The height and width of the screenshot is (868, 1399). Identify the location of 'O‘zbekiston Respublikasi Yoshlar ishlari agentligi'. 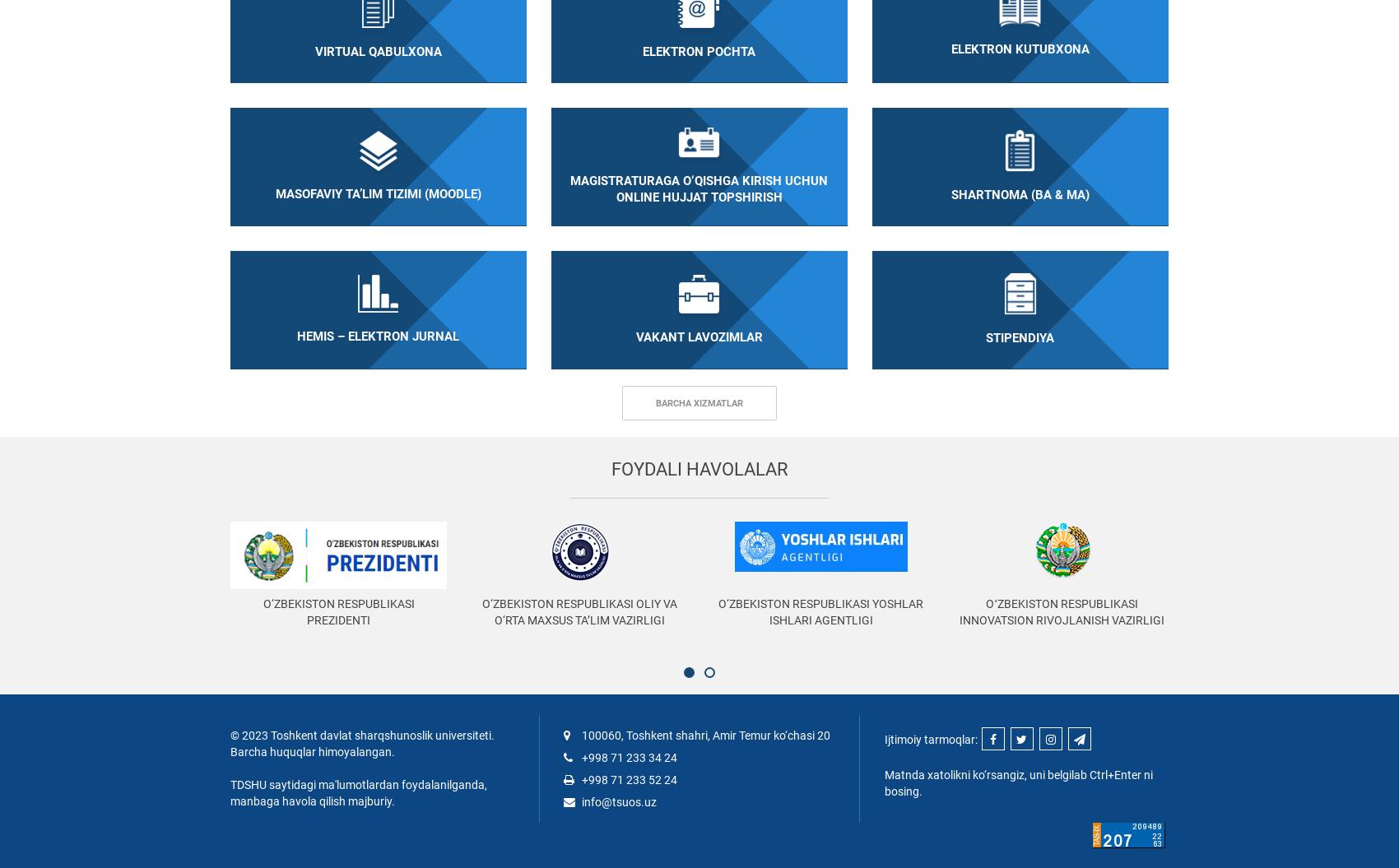
(820, 611).